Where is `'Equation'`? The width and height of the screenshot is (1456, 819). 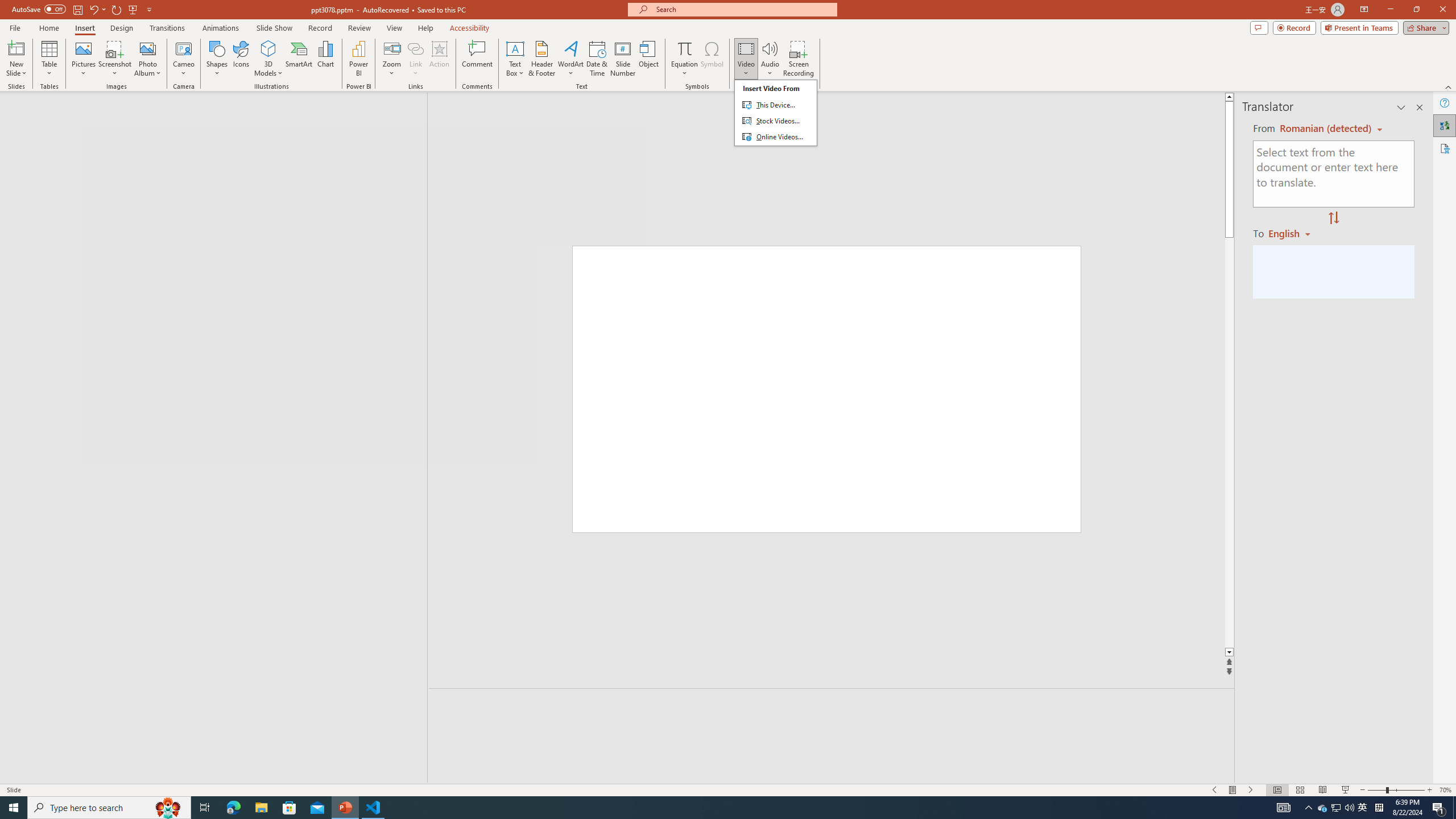
'Equation' is located at coordinates (684, 48).